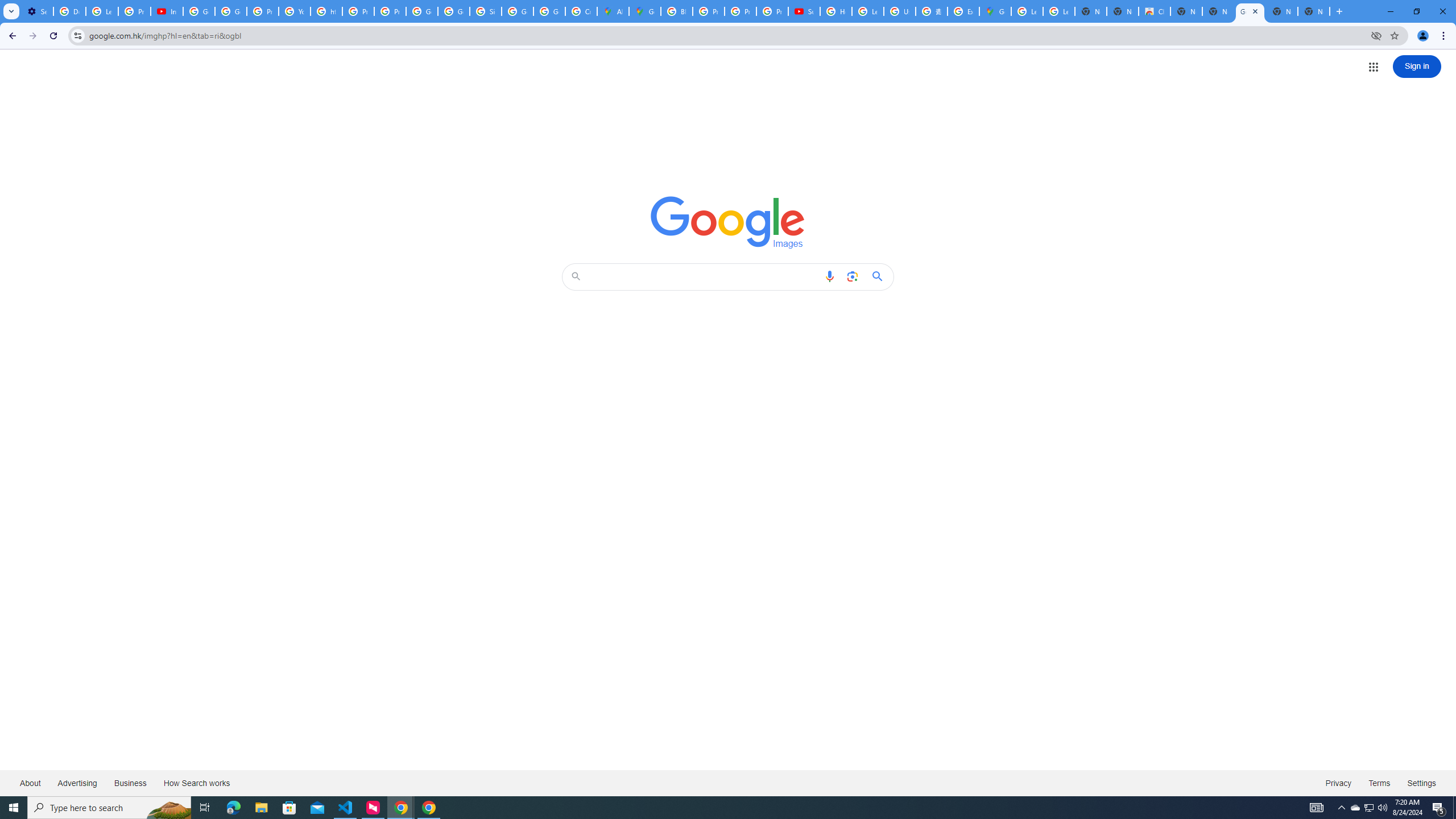 The image size is (1456, 819). What do you see at coordinates (326, 11) in the screenshot?
I see `'https://scholar.google.com/'` at bounding box center [326, 11].